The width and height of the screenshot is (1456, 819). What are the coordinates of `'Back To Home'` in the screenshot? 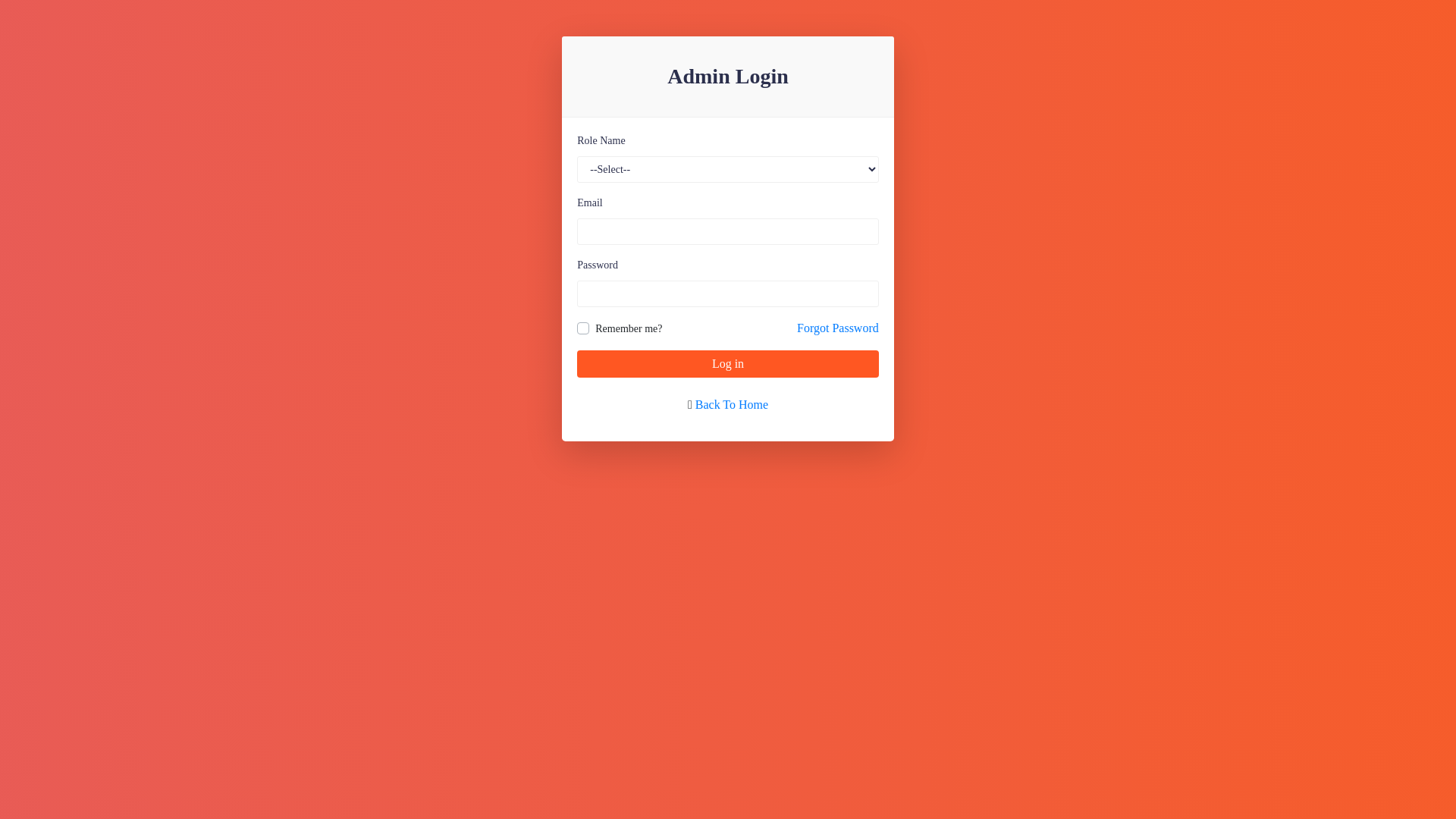 It's located at (731, 403).